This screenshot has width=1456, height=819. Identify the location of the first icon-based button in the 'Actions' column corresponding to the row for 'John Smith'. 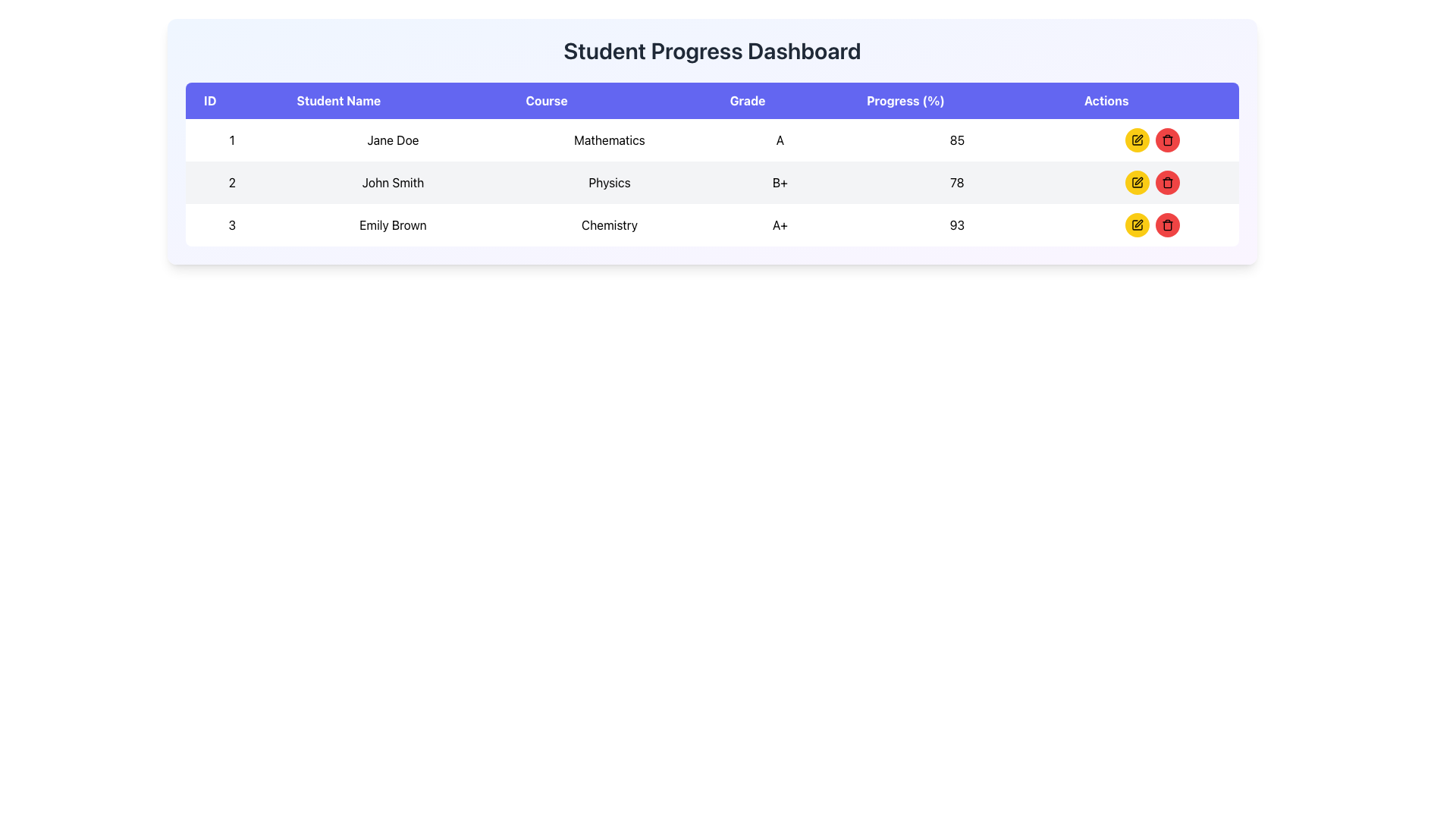
(1137, 140).